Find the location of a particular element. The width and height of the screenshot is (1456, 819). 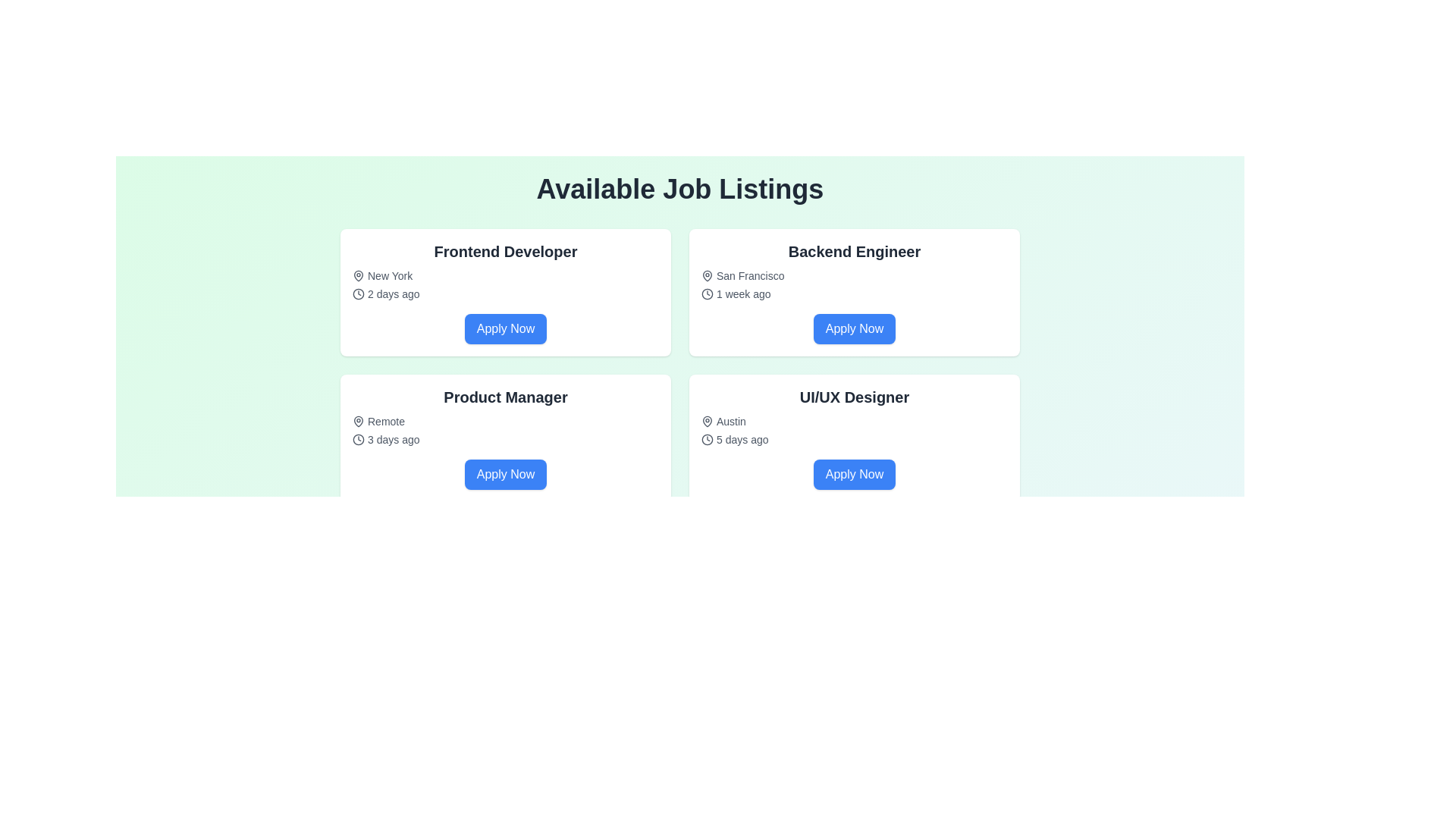

the time-related icon located to the left of the '3 days ago' text in the 'Product Manager' job listing is located at coordinates (358, 439).